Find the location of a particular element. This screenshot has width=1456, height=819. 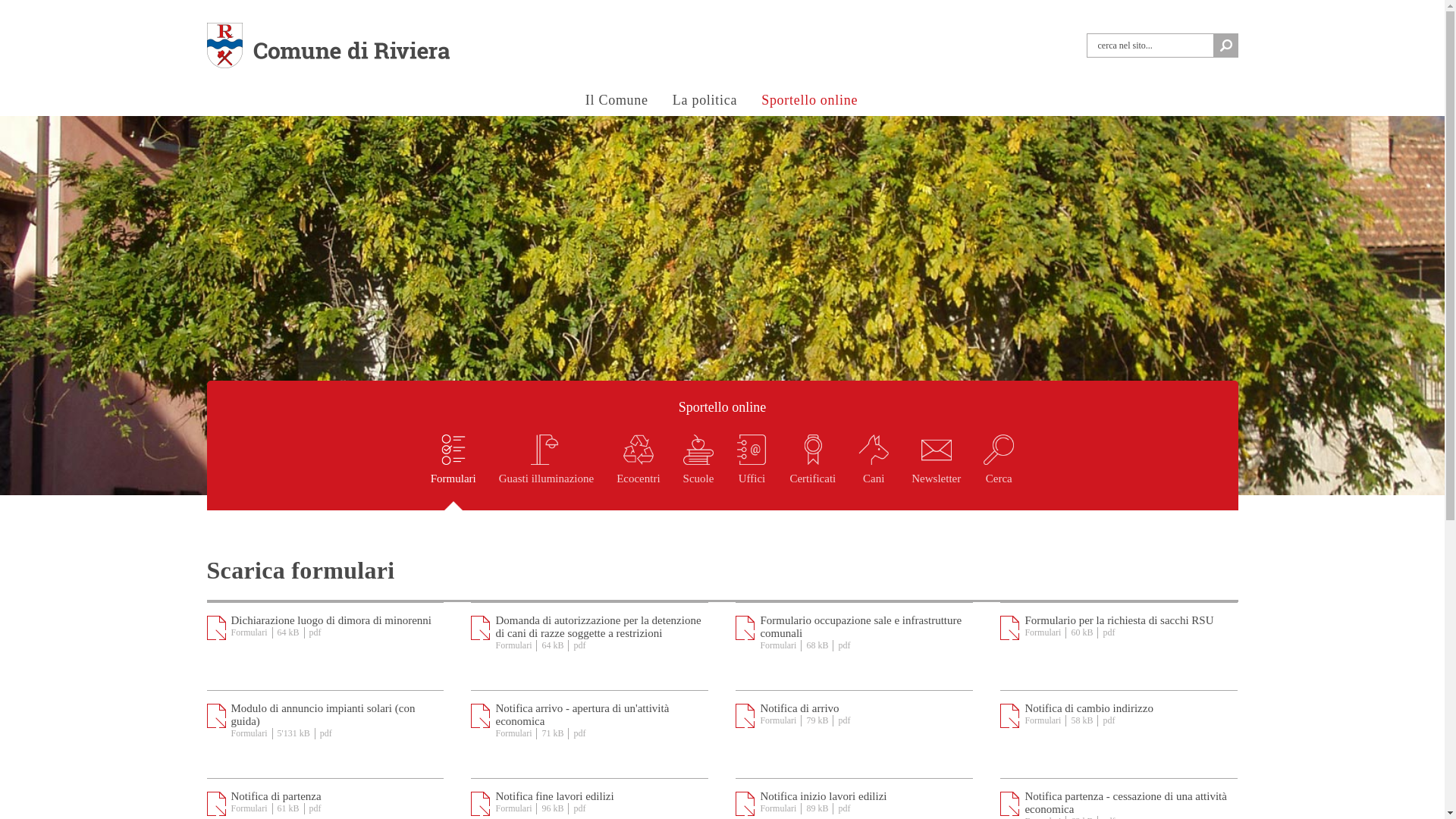

' ' is located at coordinates (1225, 45).